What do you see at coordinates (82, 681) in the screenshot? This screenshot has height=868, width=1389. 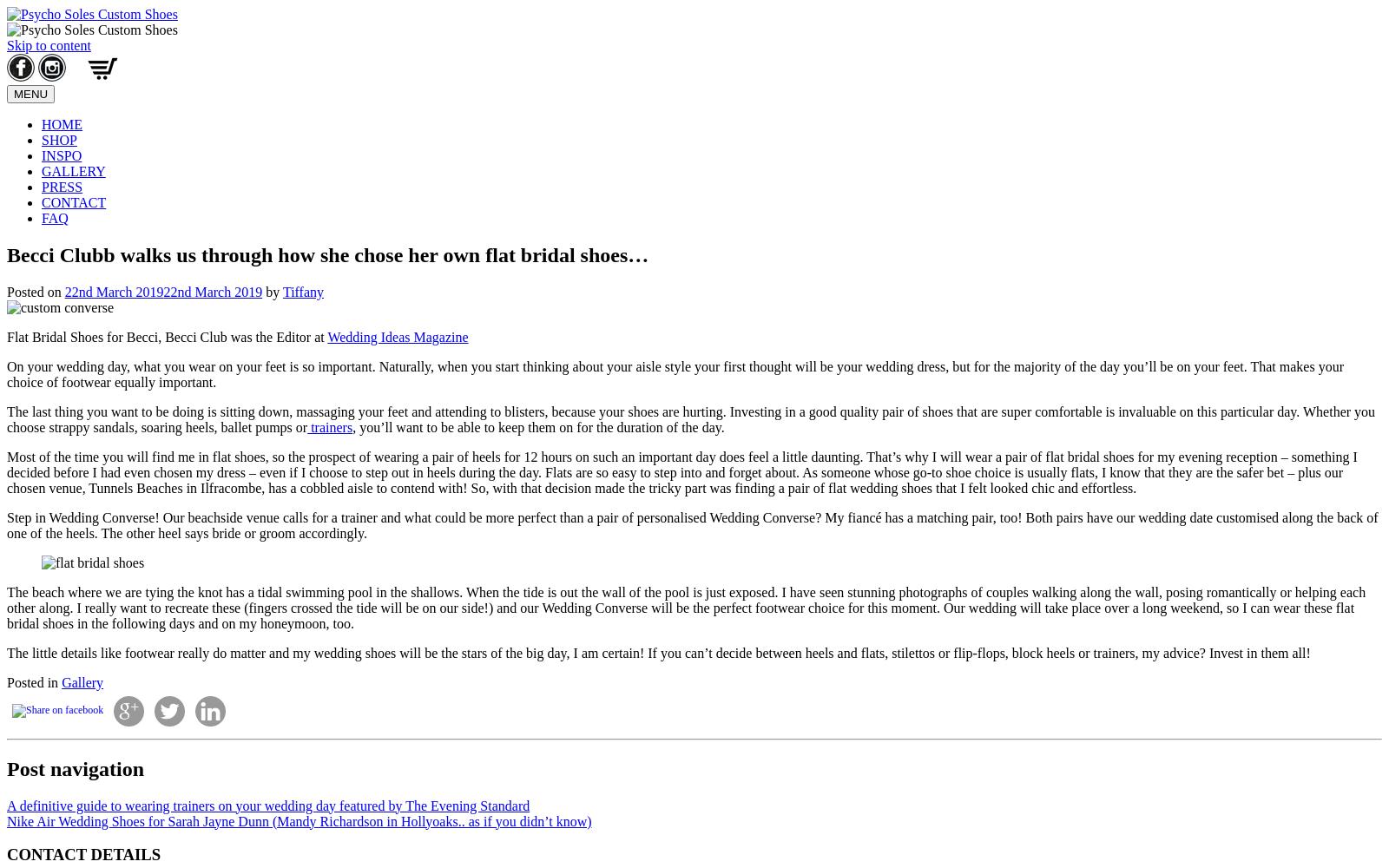 I see `'Gallery'` at bounding box center [82, 681].